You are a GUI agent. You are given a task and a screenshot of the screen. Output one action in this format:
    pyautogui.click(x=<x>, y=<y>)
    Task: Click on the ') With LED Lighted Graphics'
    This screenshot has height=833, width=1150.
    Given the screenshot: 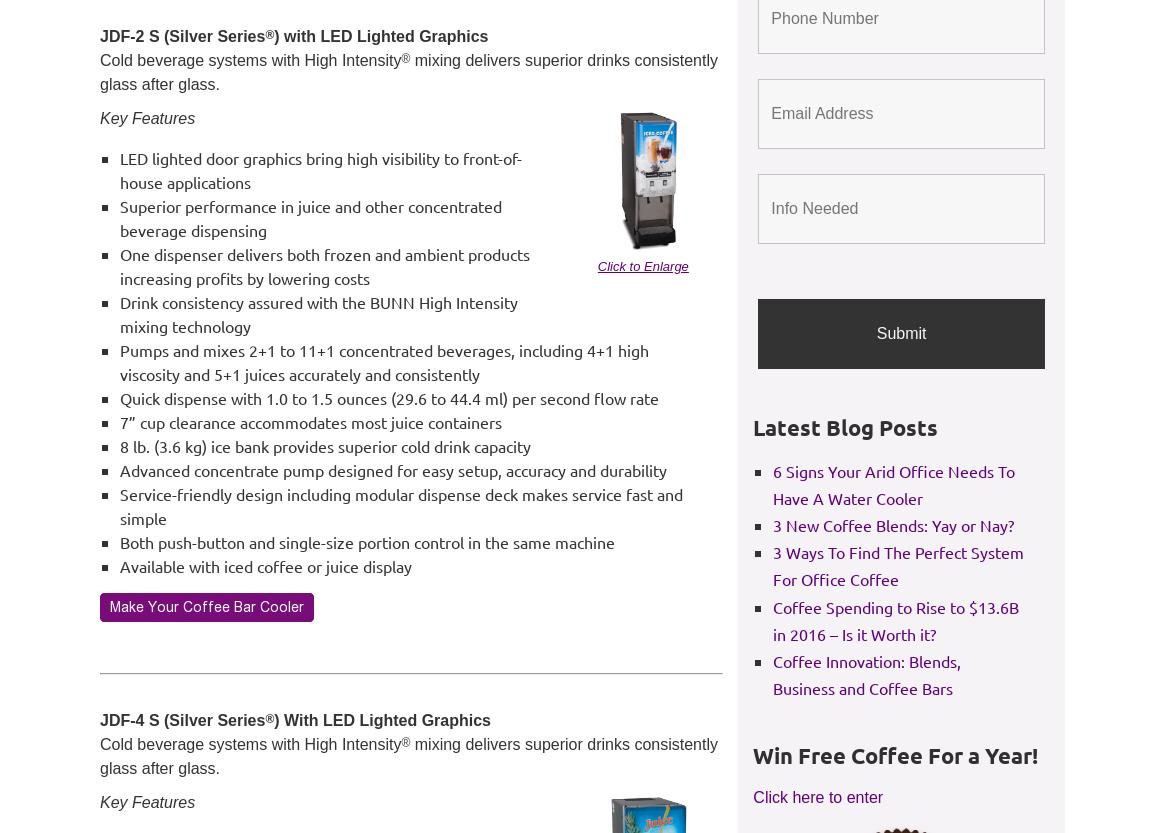 What is the action you would take?
    pyautogui.click(x=382, y=720)
    